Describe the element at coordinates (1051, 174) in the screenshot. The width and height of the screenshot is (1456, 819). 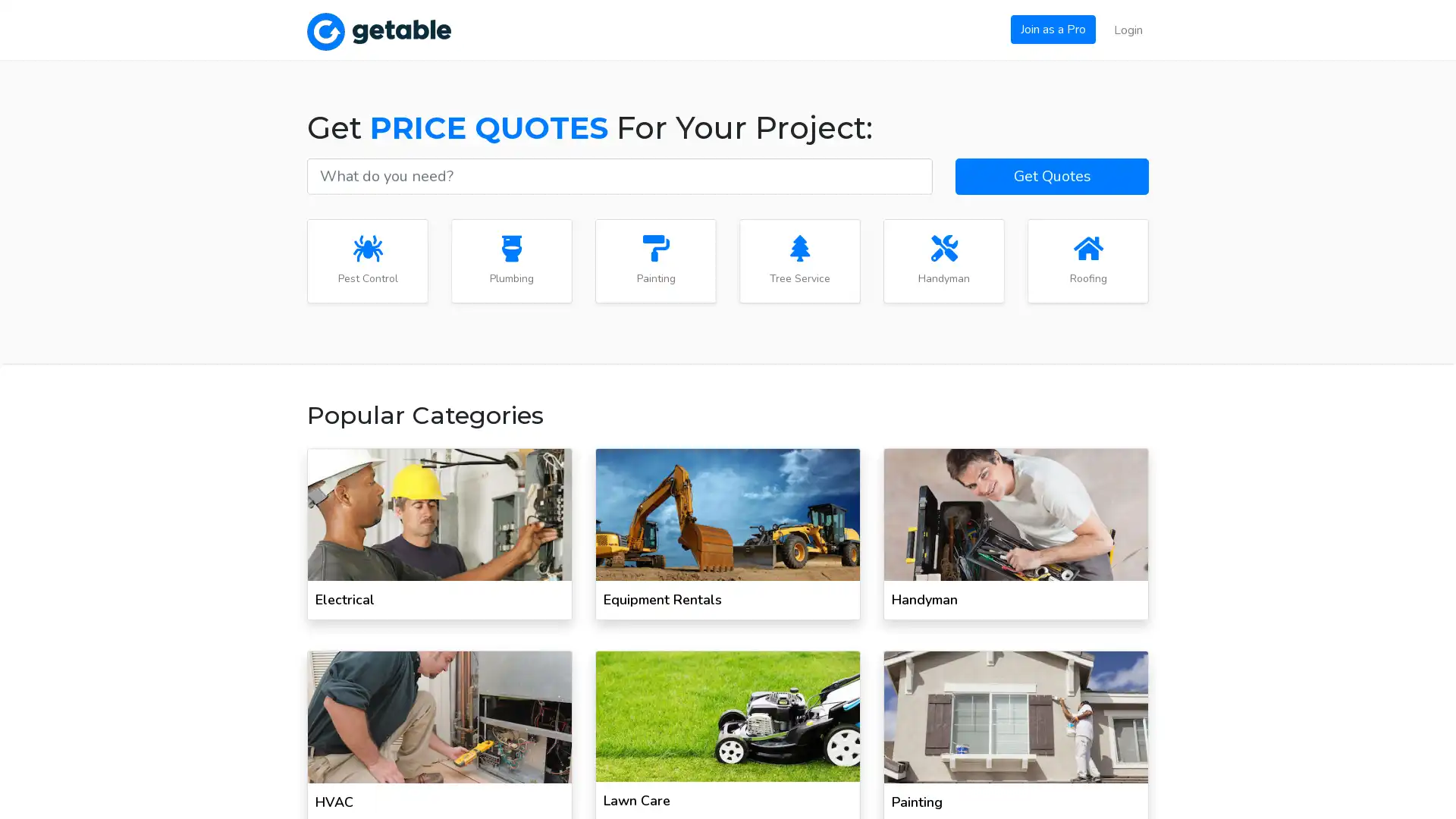
I see `Get Quotes` at that location.